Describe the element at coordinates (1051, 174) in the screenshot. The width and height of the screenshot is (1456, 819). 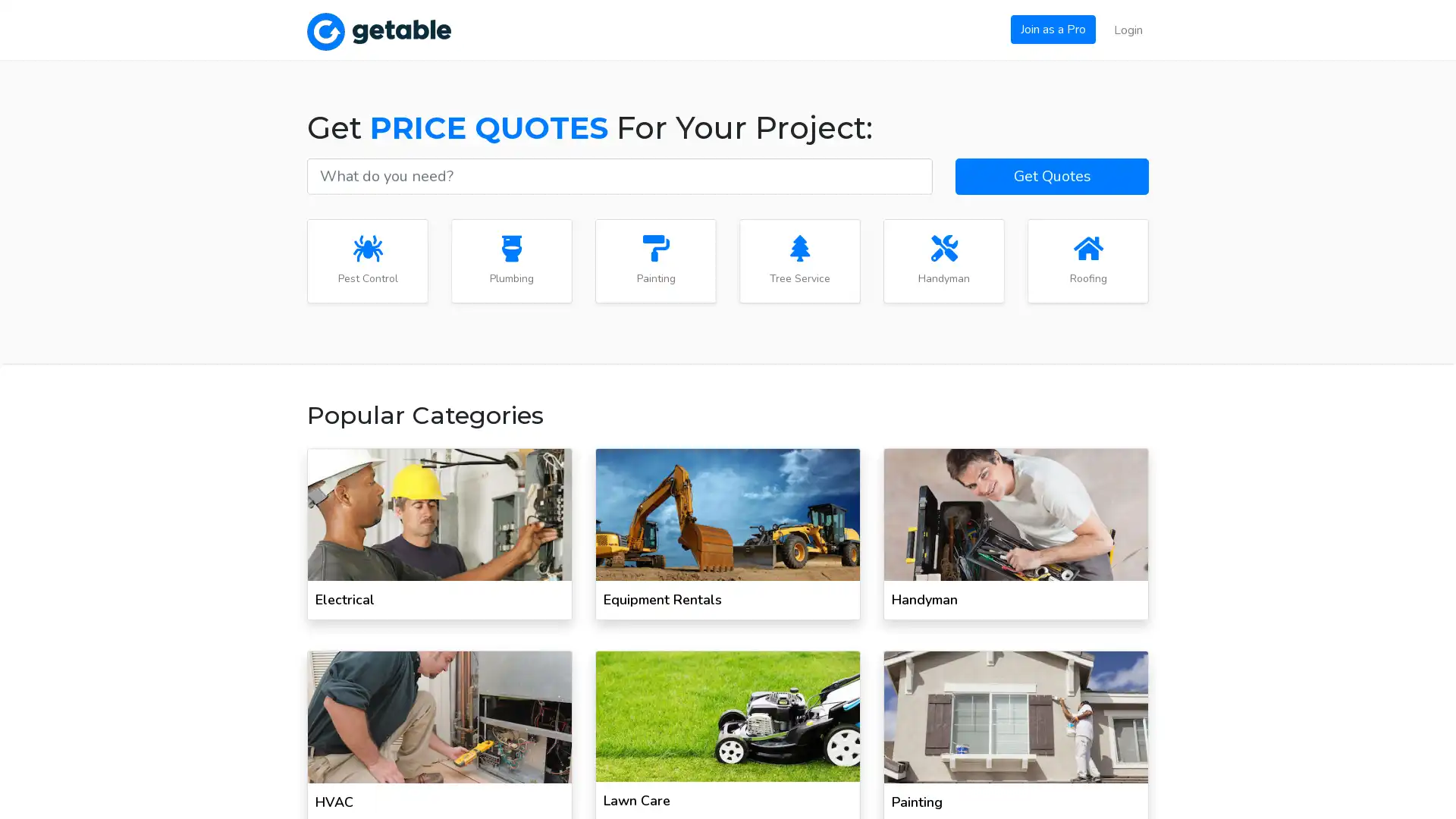
I see `Get Quotes` at that location.